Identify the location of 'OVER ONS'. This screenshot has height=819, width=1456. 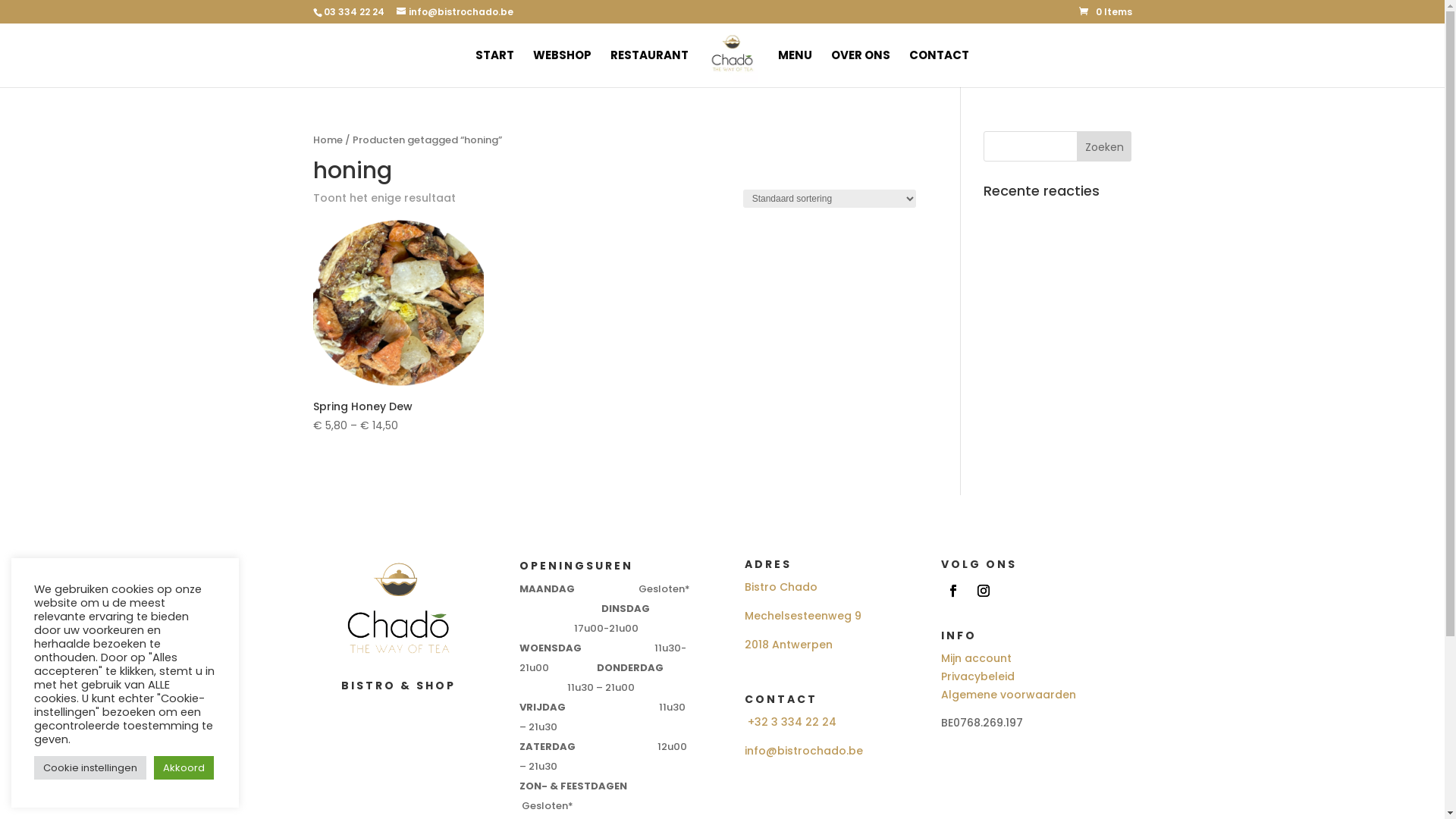
(860, 68).